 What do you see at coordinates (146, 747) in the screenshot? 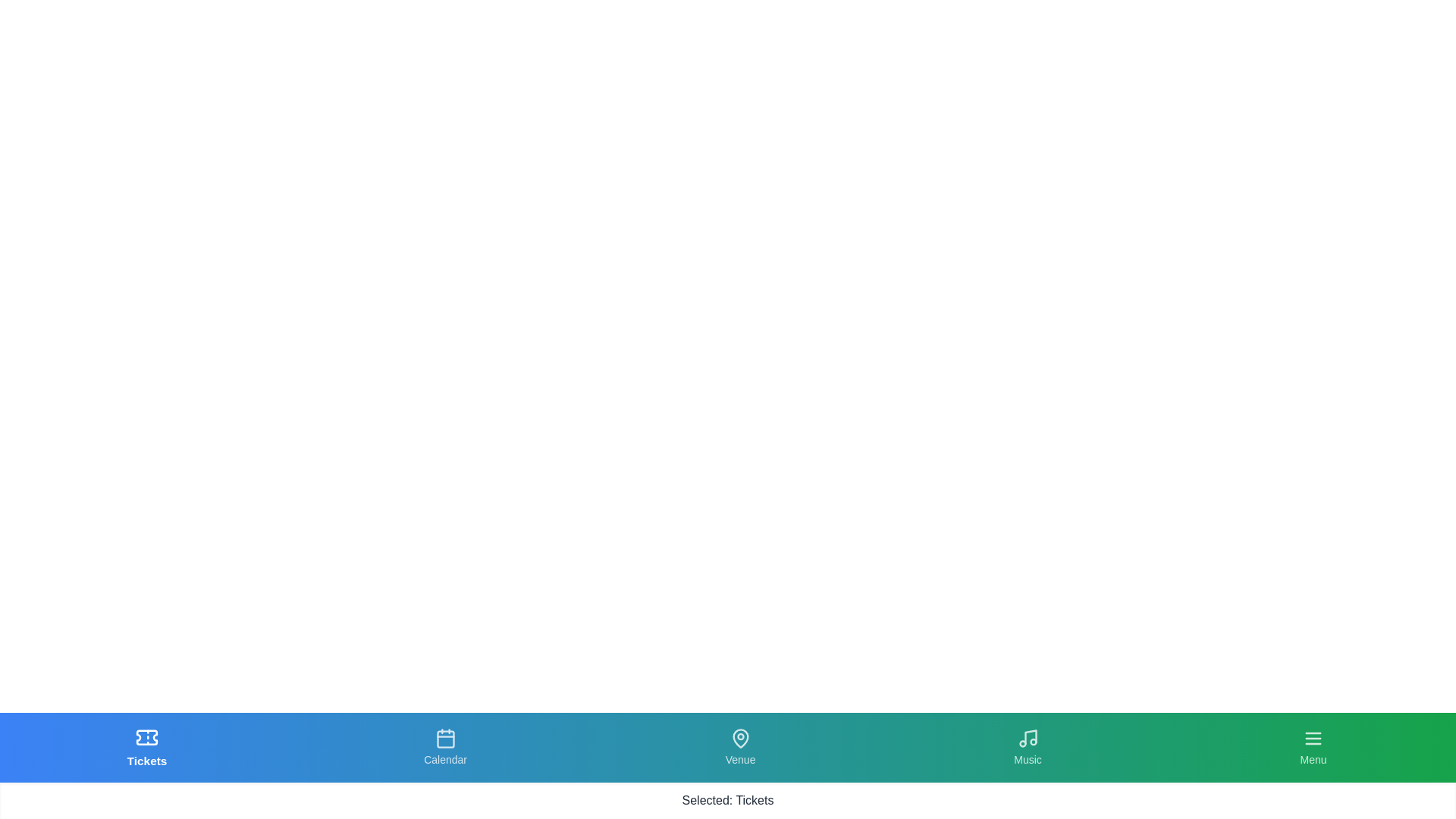
I see `the Tickets tab in the navigation bar` at bounding box center [146, 747].